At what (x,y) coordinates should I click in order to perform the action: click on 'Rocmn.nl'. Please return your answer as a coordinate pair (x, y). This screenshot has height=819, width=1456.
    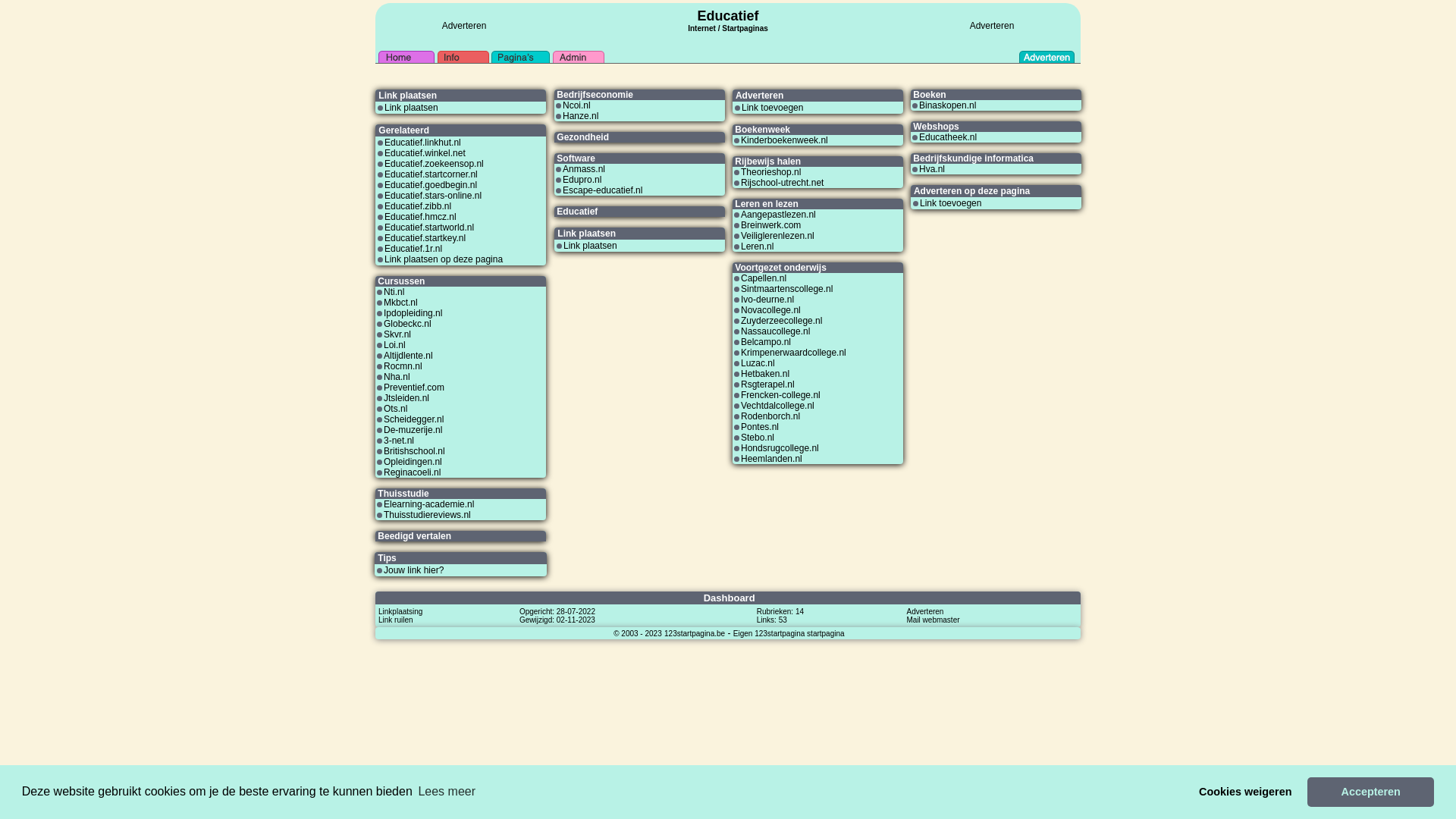
    Looking at the image, I should click on (403, 366).